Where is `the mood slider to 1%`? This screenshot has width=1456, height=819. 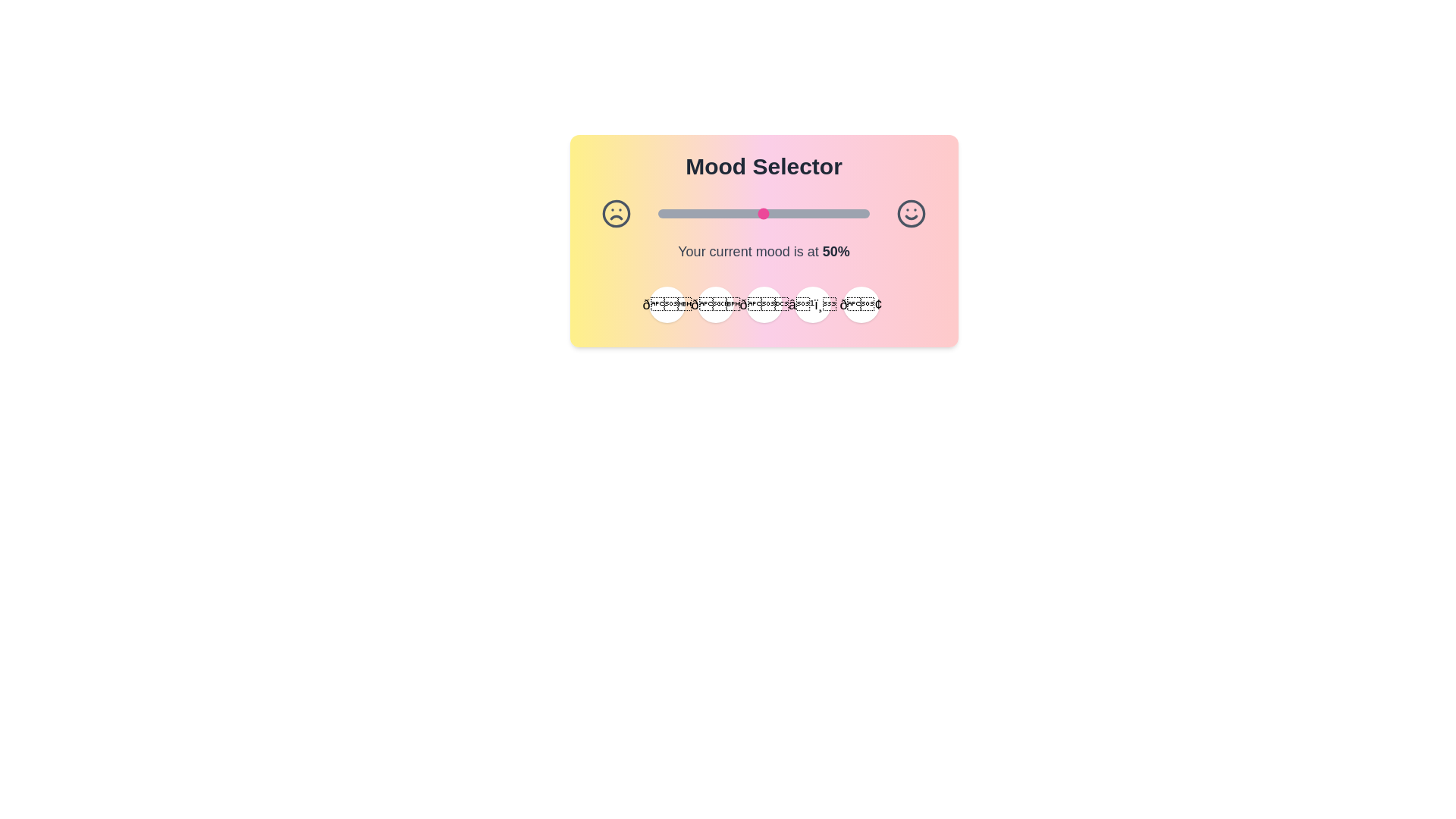
the mood slider to 1% is located at coordinates (661, 213).